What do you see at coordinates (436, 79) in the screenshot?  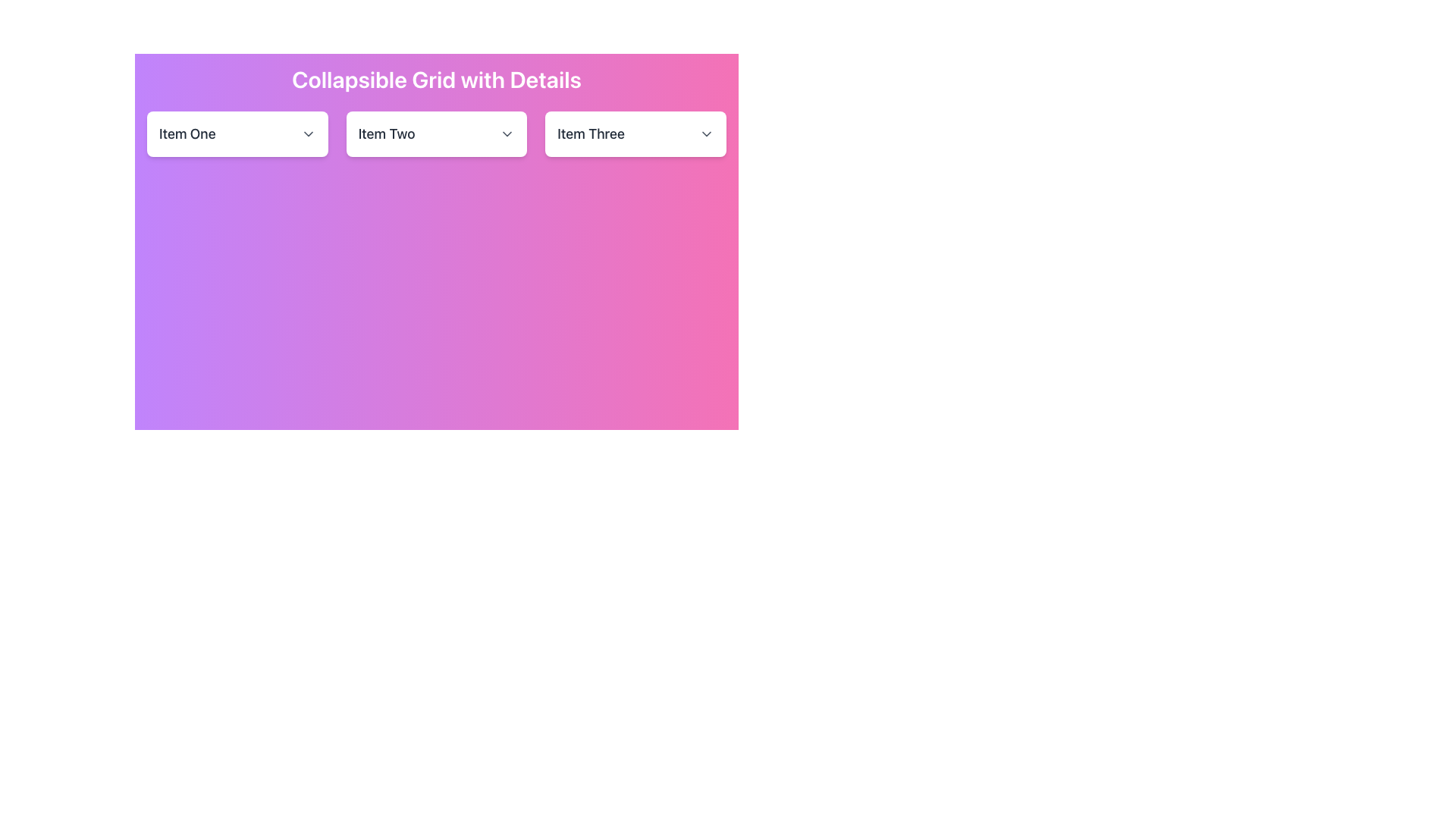 I see `label of the Text Header, which serves as the title for the section containing selectable items organized in a grid` at bounding box center [436, 79].